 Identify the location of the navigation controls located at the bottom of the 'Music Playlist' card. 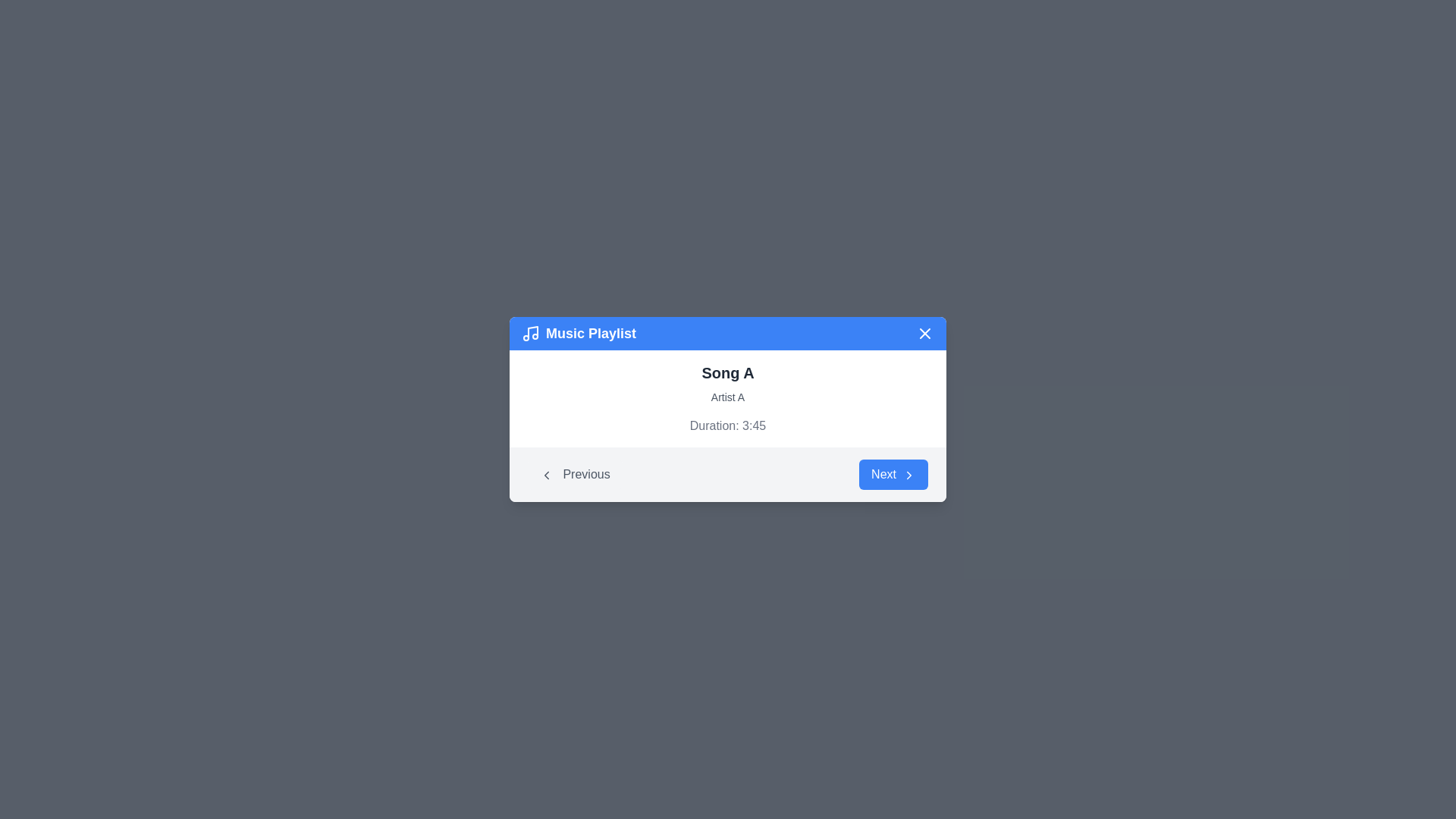
(728, 473).